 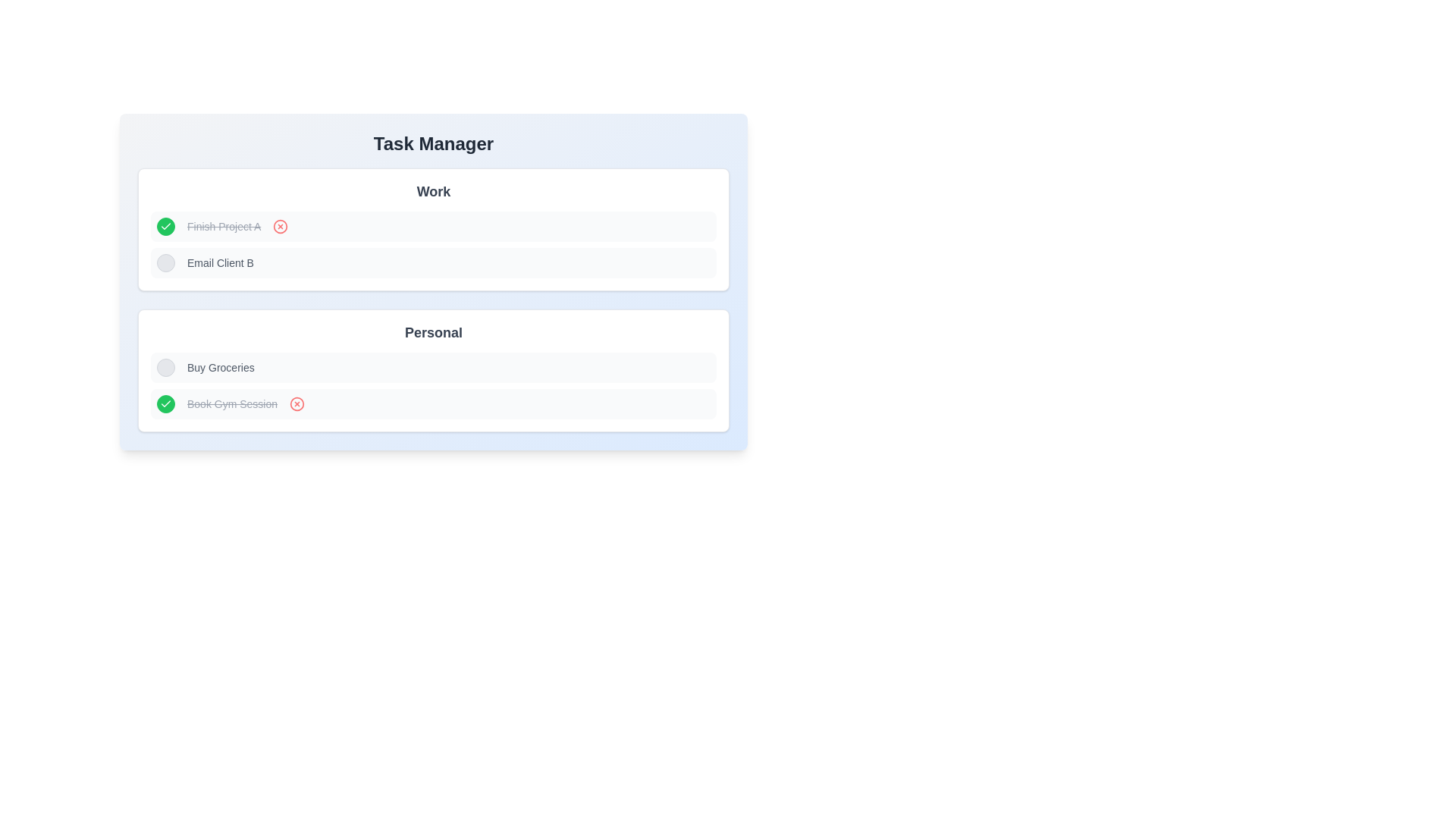 What do you see at coordinates (432, 227) in the screenshot?
I see `the first task entry in the 'Work' section of the 'Task Manager' interface, which features a green circular icon with a checkmark, a line-through text 'Finish Project A', and a red circular icon with an 'X'` at bounding box center [432, 227].